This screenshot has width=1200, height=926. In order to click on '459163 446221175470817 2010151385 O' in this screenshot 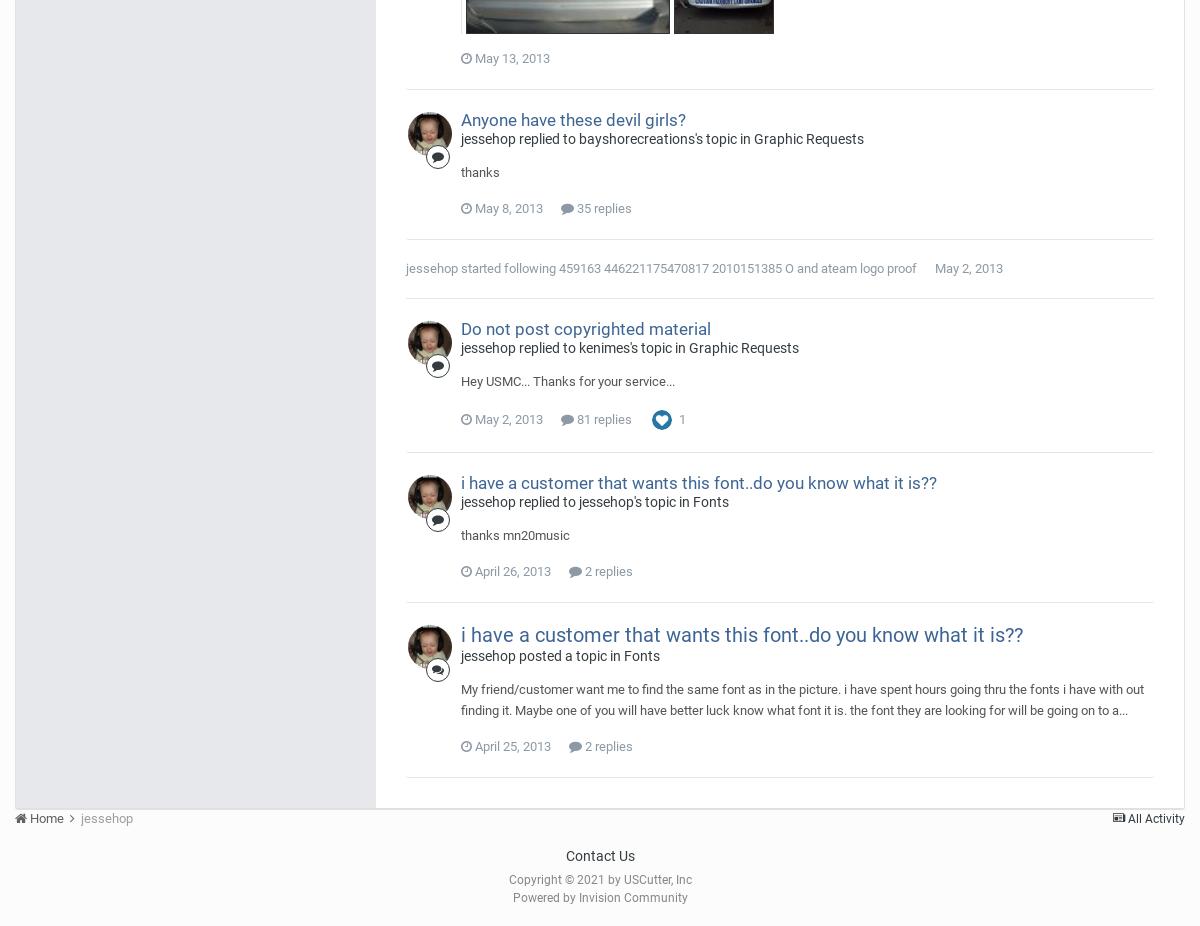, I will do `click(676, 267)`.